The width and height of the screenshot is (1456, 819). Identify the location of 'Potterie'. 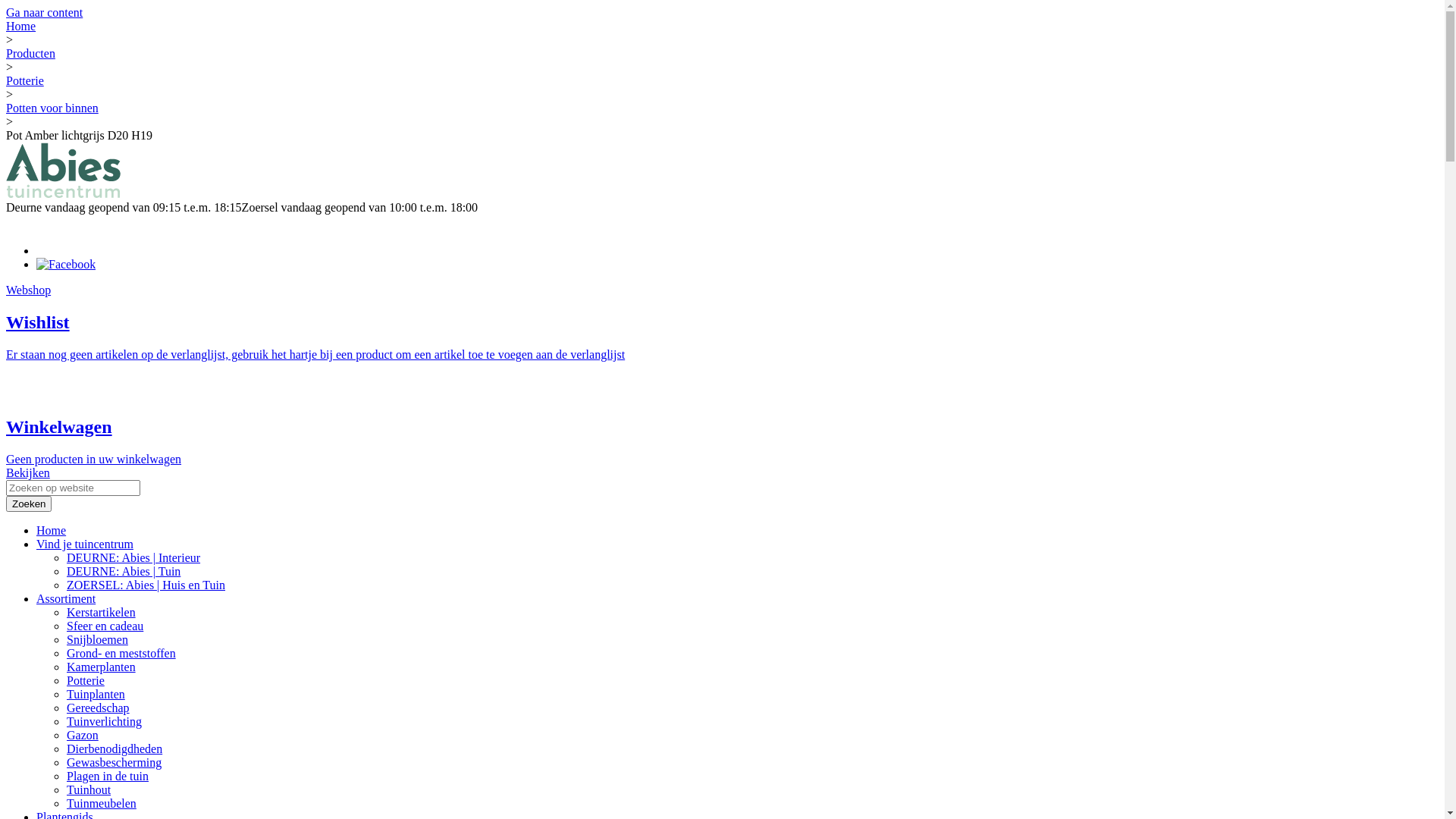
(25, 80).